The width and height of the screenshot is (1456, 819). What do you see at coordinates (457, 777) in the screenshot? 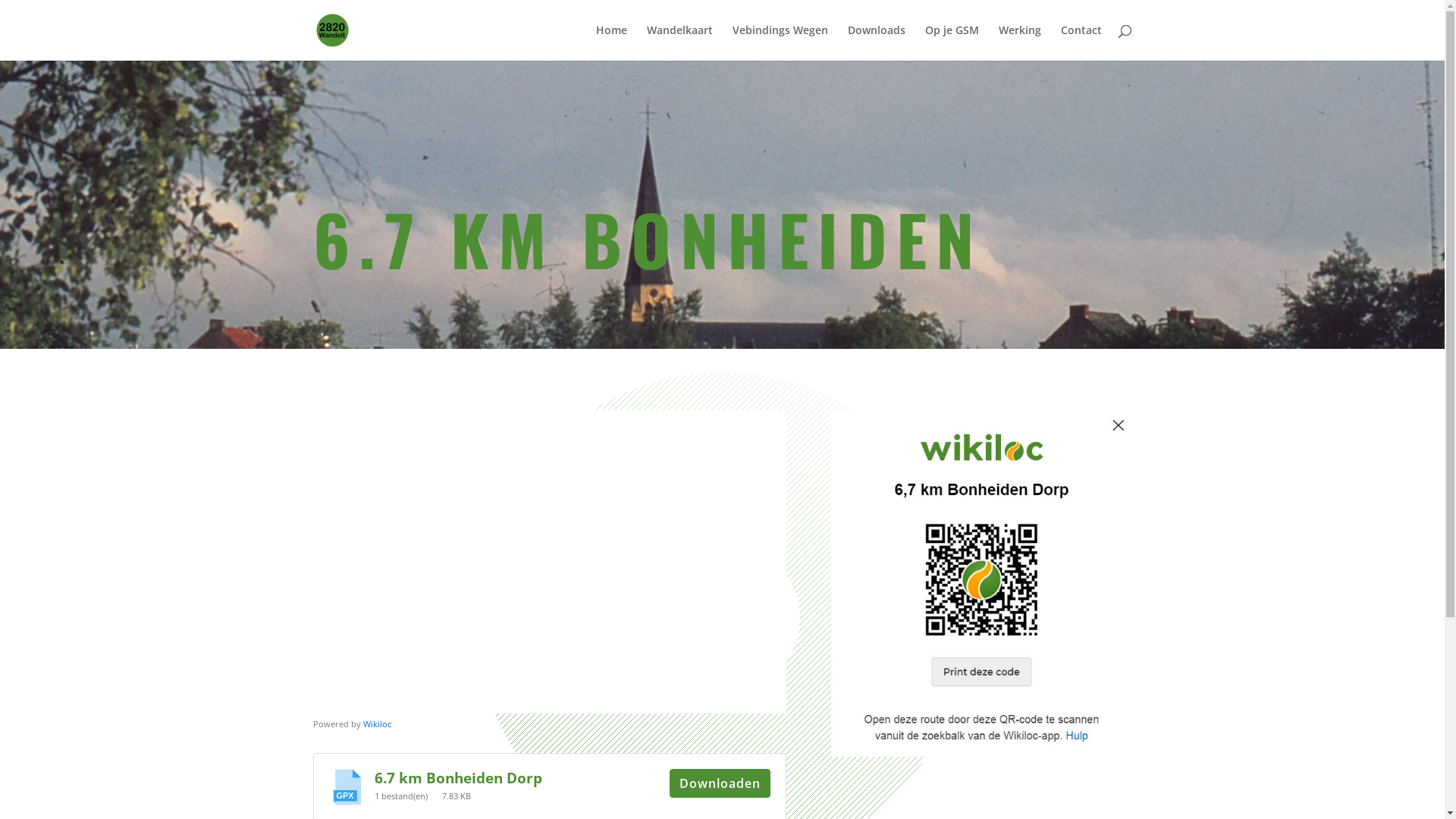
I see `'6.7 km Bonheiden Dorp'` at bounding box center [457, 777].